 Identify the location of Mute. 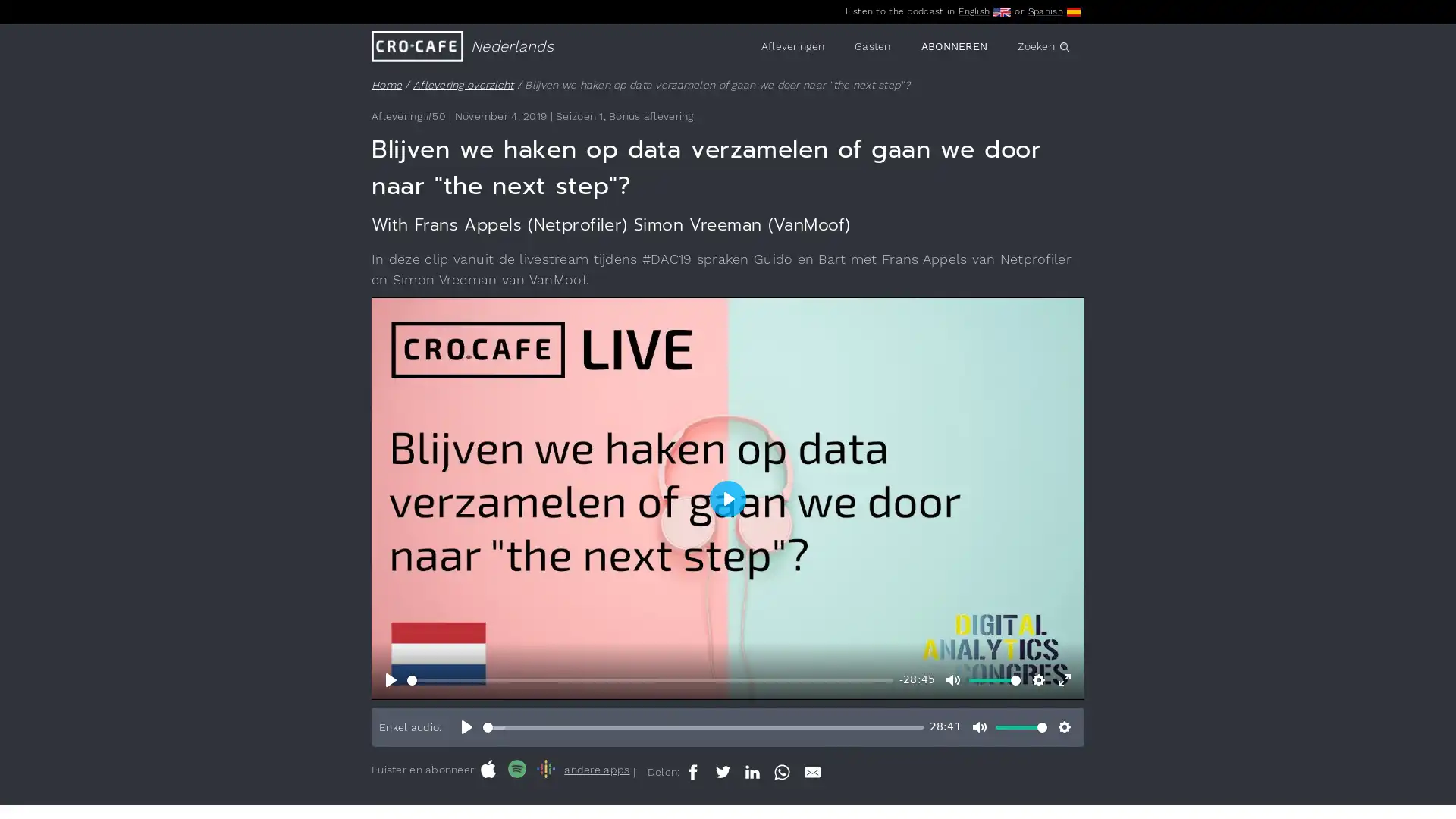
(979, 726).